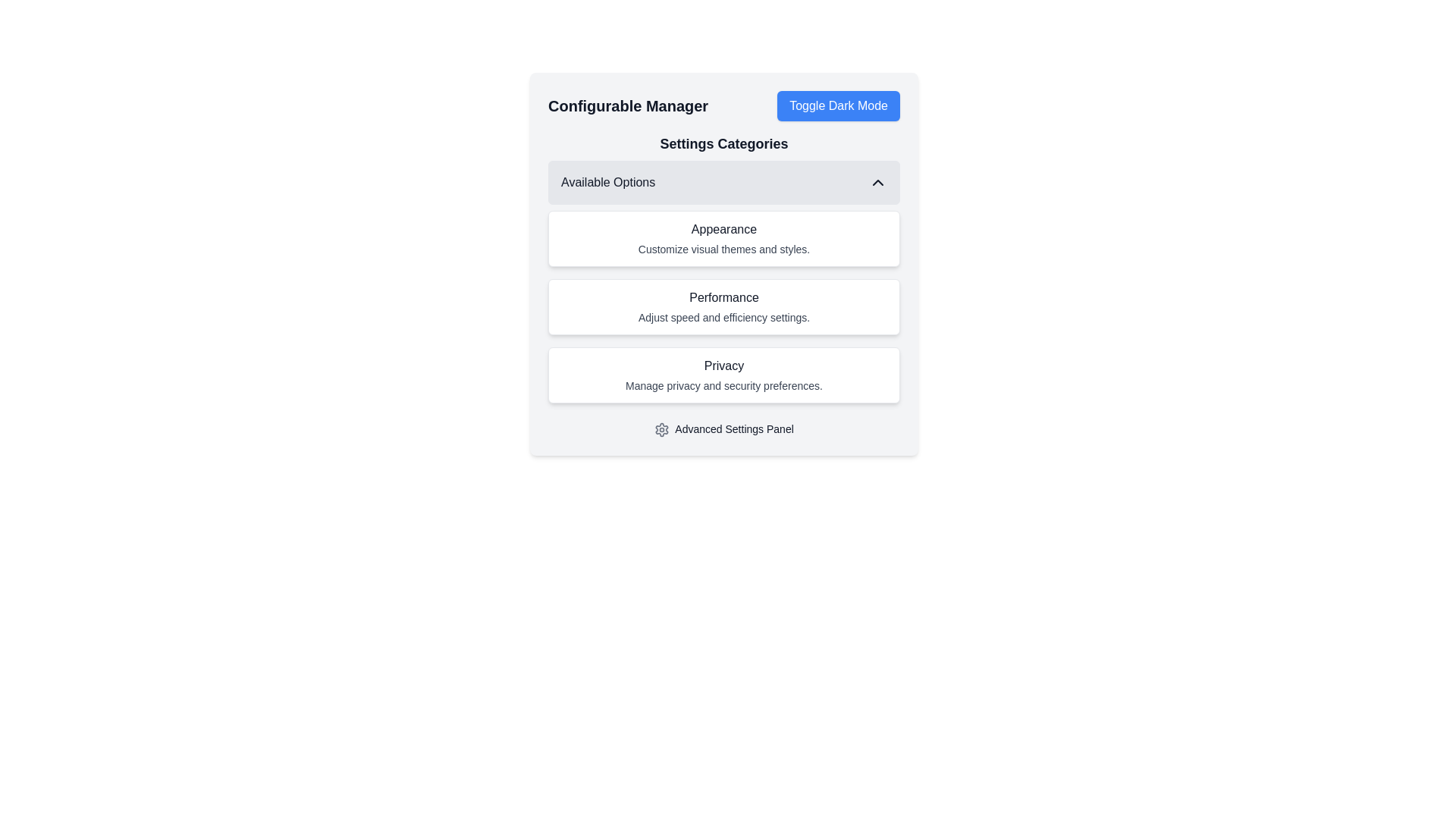 The height and width of the screenshot is (819, 1456). Describe the element at coordinates (723, 268) in the screenshot. I see `descriptive information of the Section header located centrally within the 'Appearance' card, below the 'Toggle Dark Mode' button` at that location.